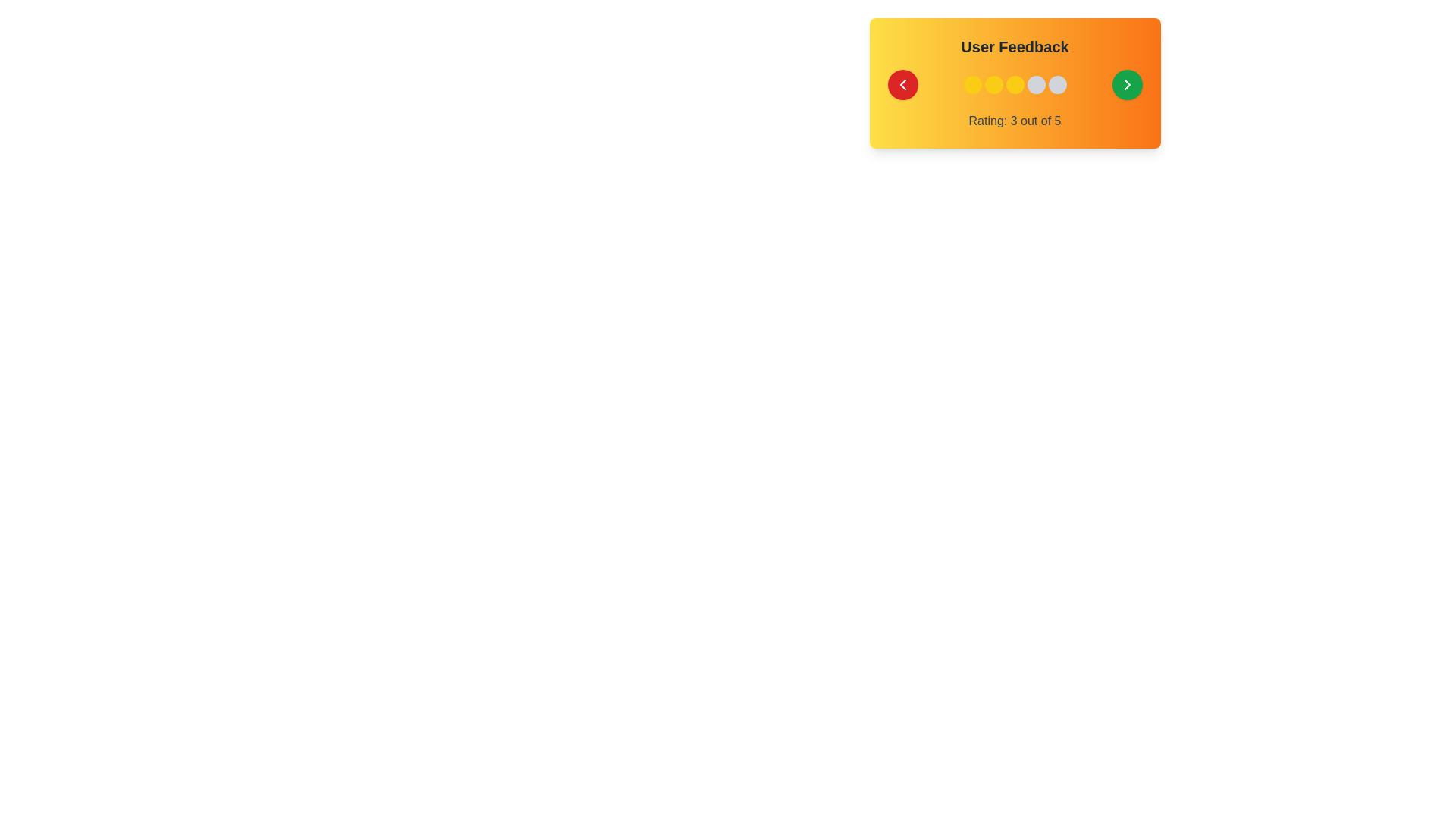 This screenshot has height=819, width=1456. Describe the element at coordinates (902, 84) in the screenshot. I see `the left-pointing chevron icon button within the red circular button` at that location.